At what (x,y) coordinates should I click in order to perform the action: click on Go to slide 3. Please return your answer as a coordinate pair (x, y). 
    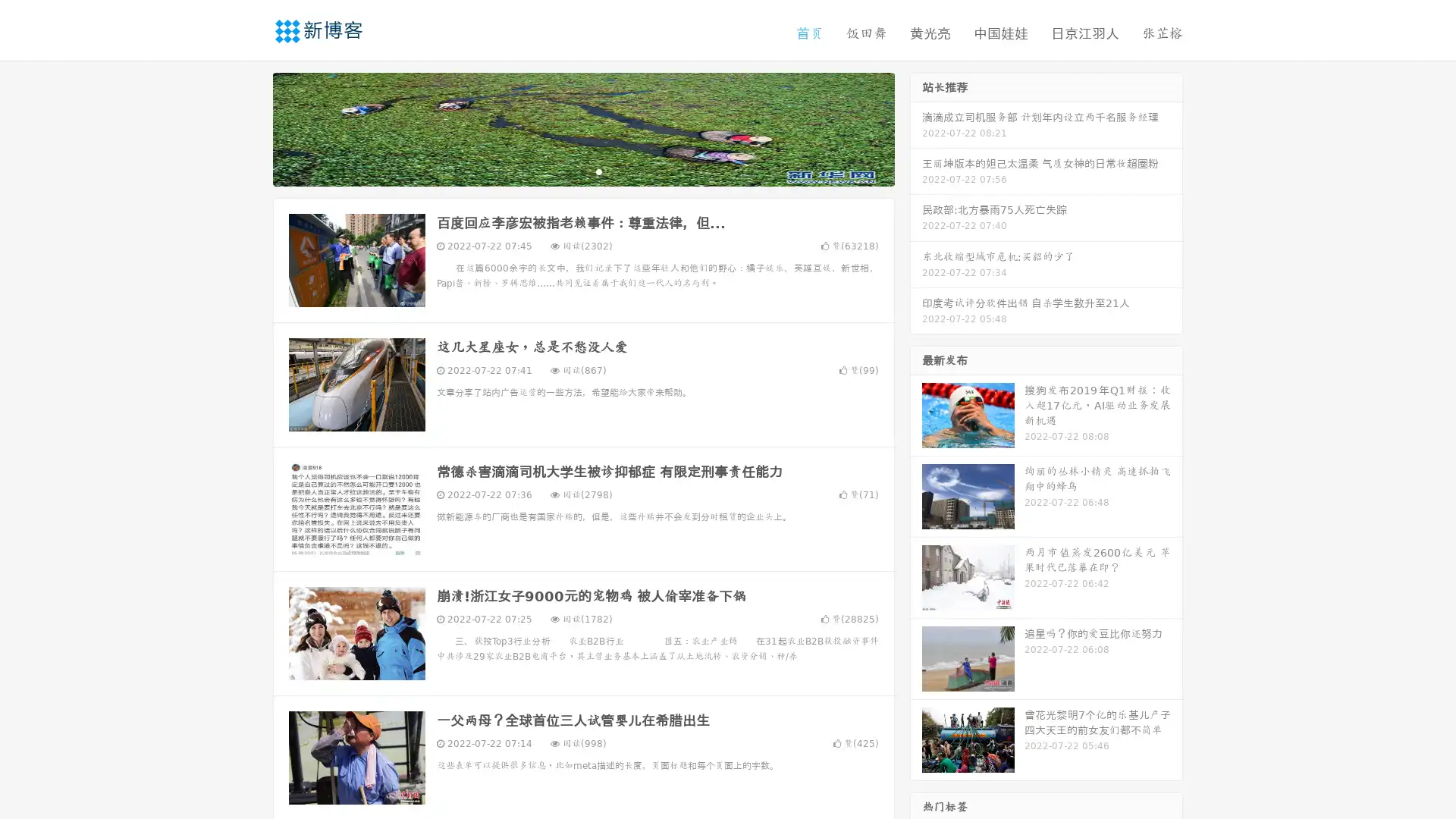
    Looking at the image, I should click on (598, 171).